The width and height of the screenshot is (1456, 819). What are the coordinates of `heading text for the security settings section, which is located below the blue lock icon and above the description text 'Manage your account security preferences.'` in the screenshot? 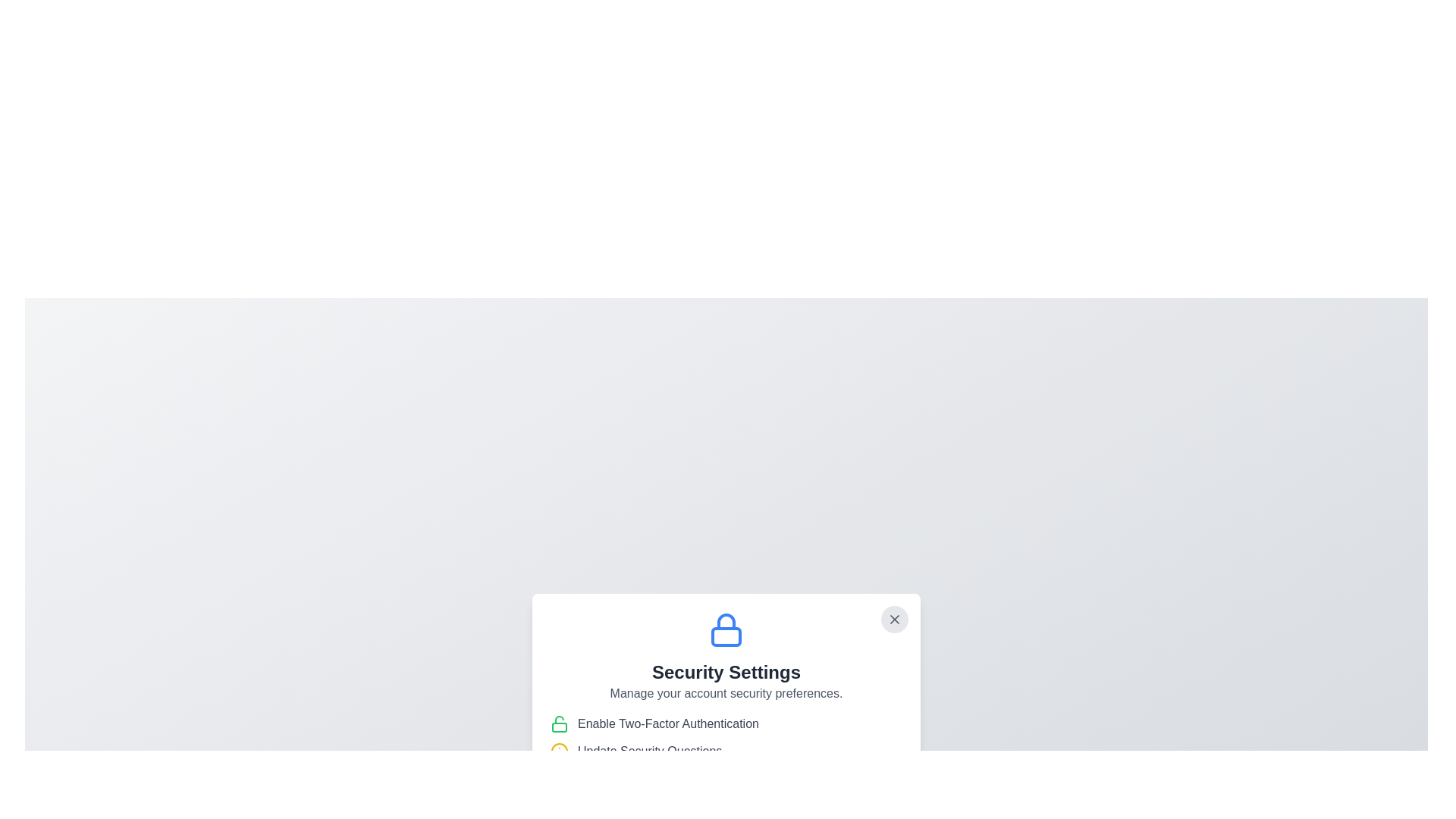 It's located at (726, 672).